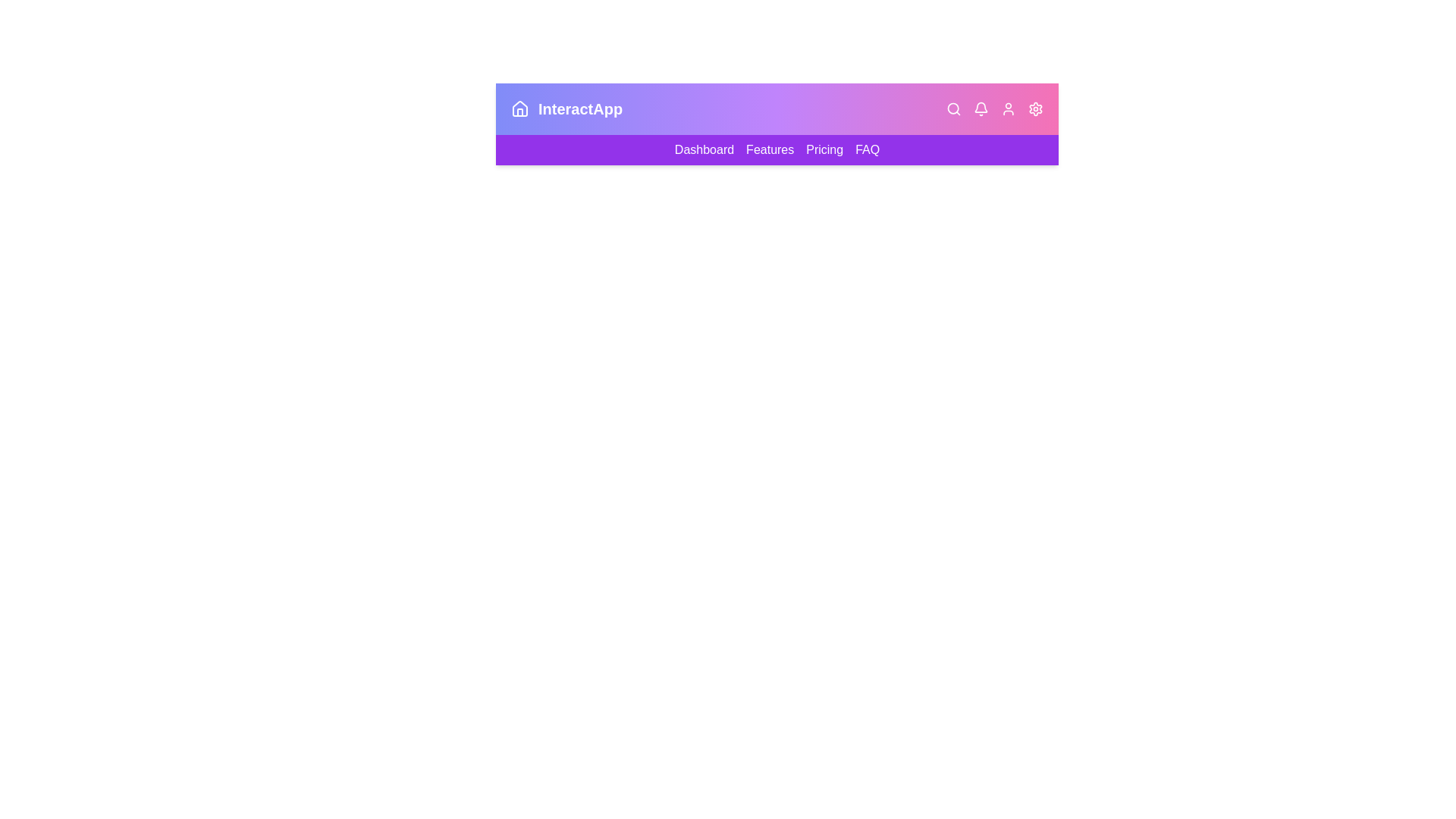 The image size is (1456, 819). I want to click on the notification icon to view notifications, so click(981, 108).